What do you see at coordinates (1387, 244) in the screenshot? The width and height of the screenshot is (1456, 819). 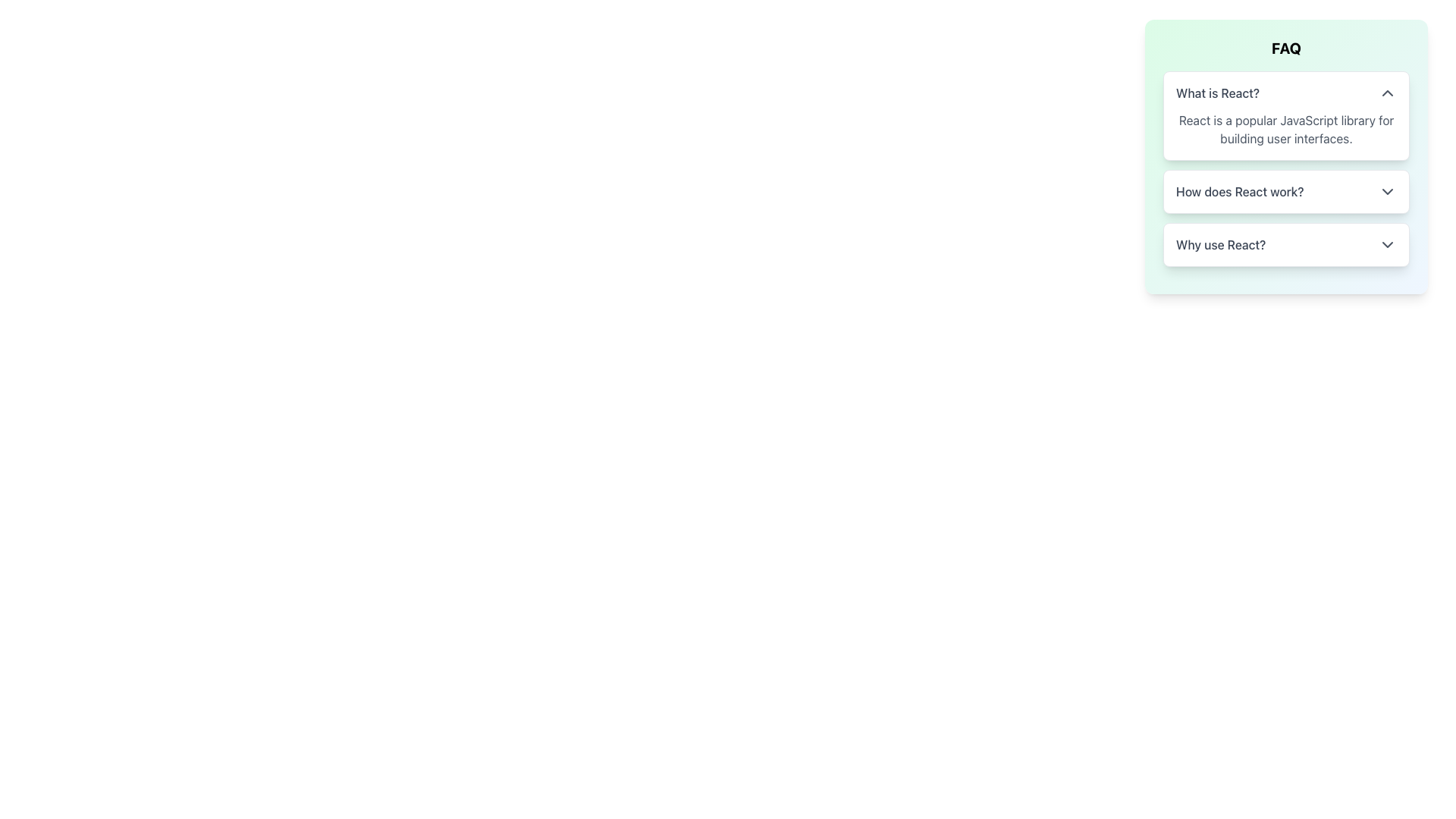 I see `the Chevron icon located to the immediate right of the 'Why use React?' text in the FAQ section` at bounding box center [1387, 244].